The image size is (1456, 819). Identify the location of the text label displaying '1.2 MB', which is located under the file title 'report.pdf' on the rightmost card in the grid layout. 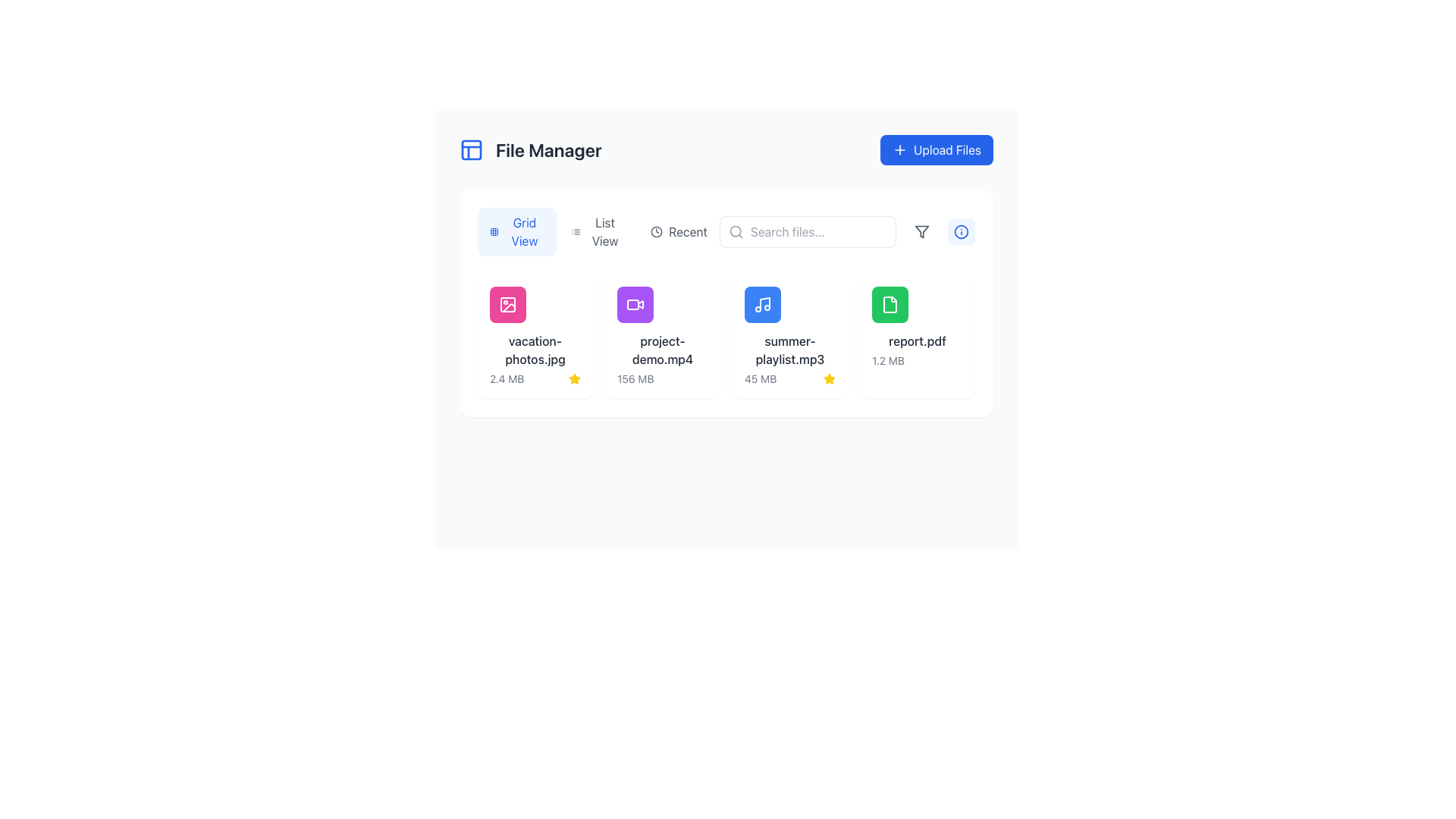
(888, 360).